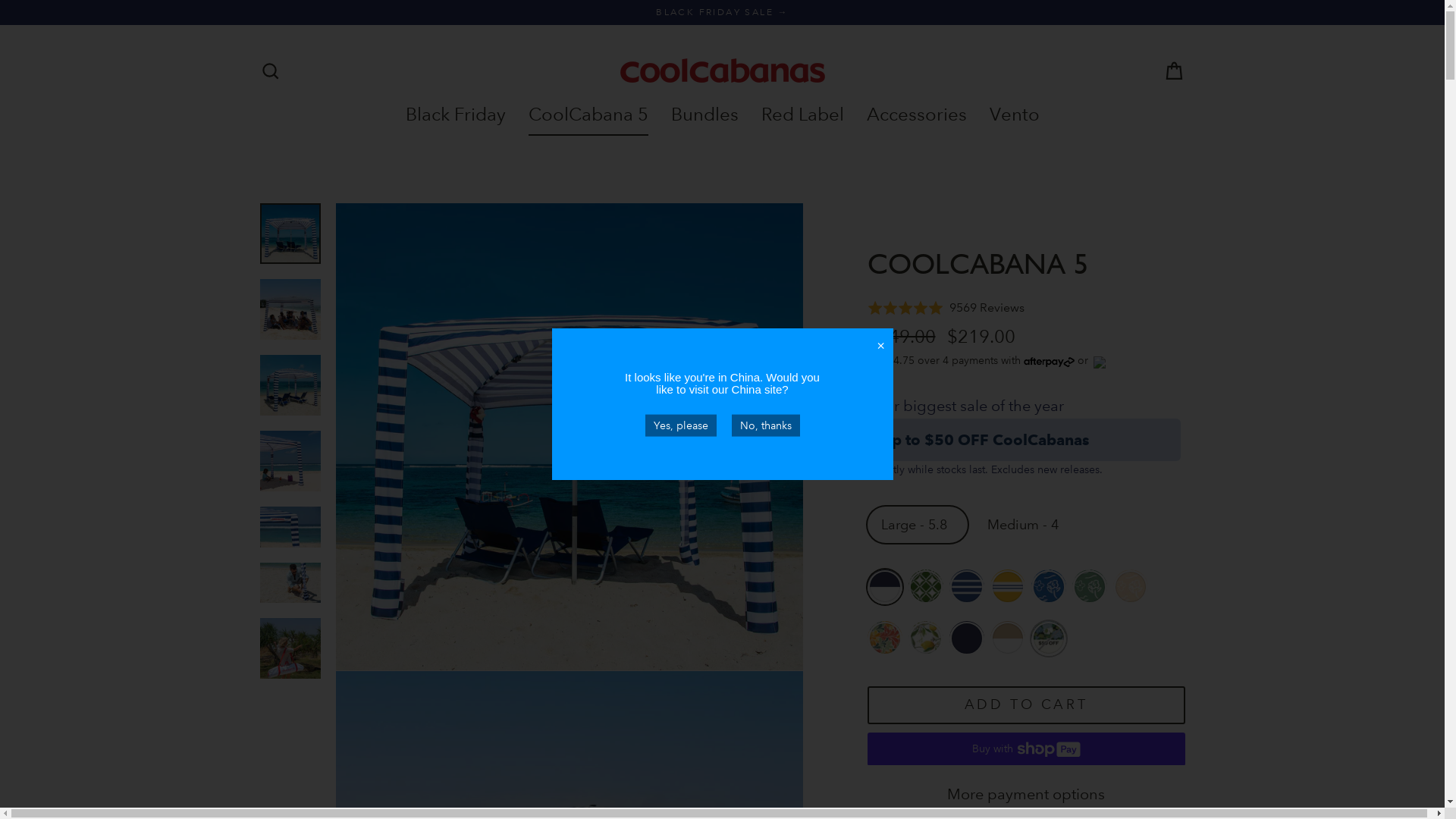  What do you see at coordinates (269, 71) in the screenshot?
I see `'Search'` at bounding box center [269, 71].